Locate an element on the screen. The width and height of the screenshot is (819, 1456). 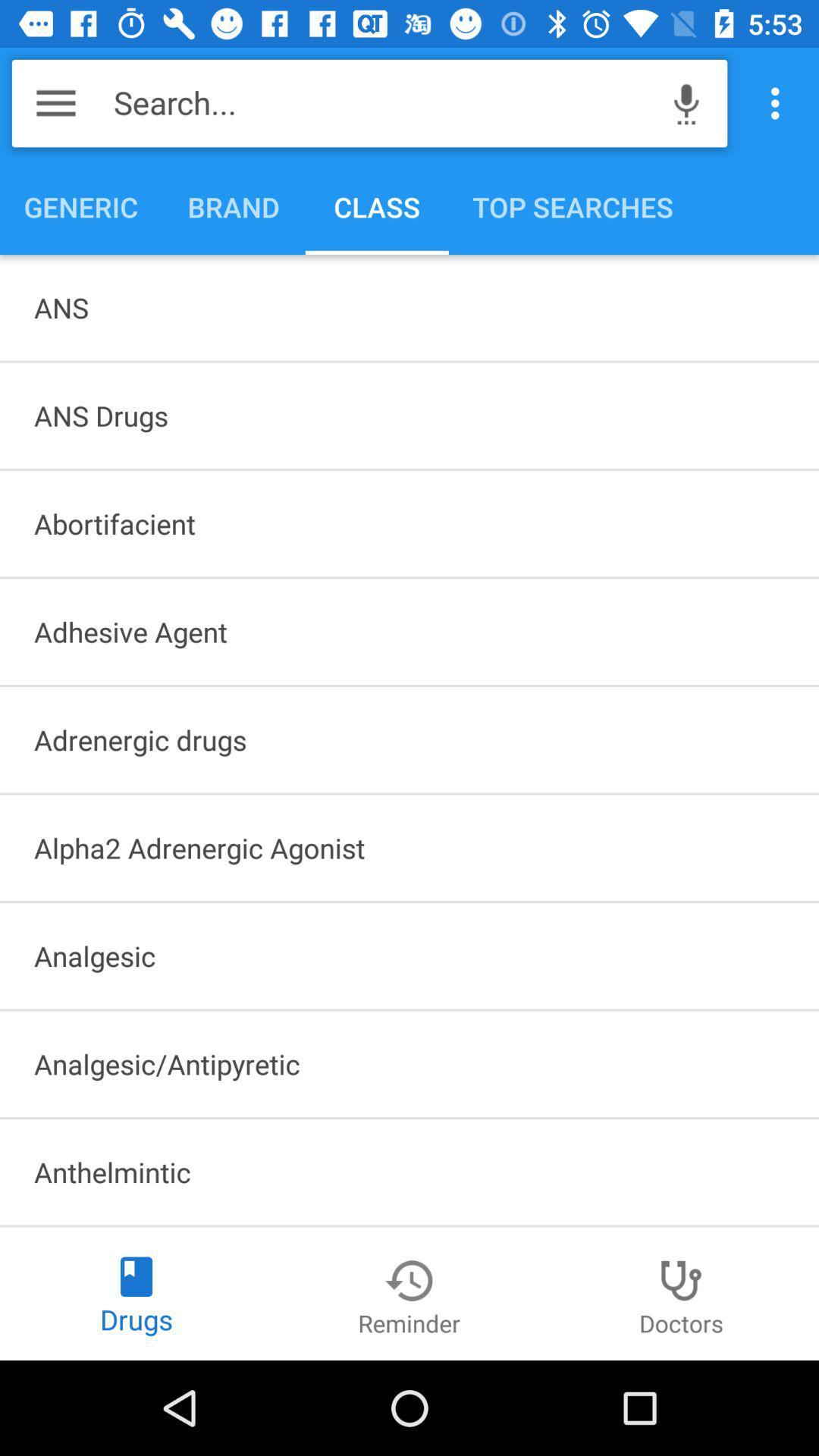
the search... is located at coordinates (382, 102).